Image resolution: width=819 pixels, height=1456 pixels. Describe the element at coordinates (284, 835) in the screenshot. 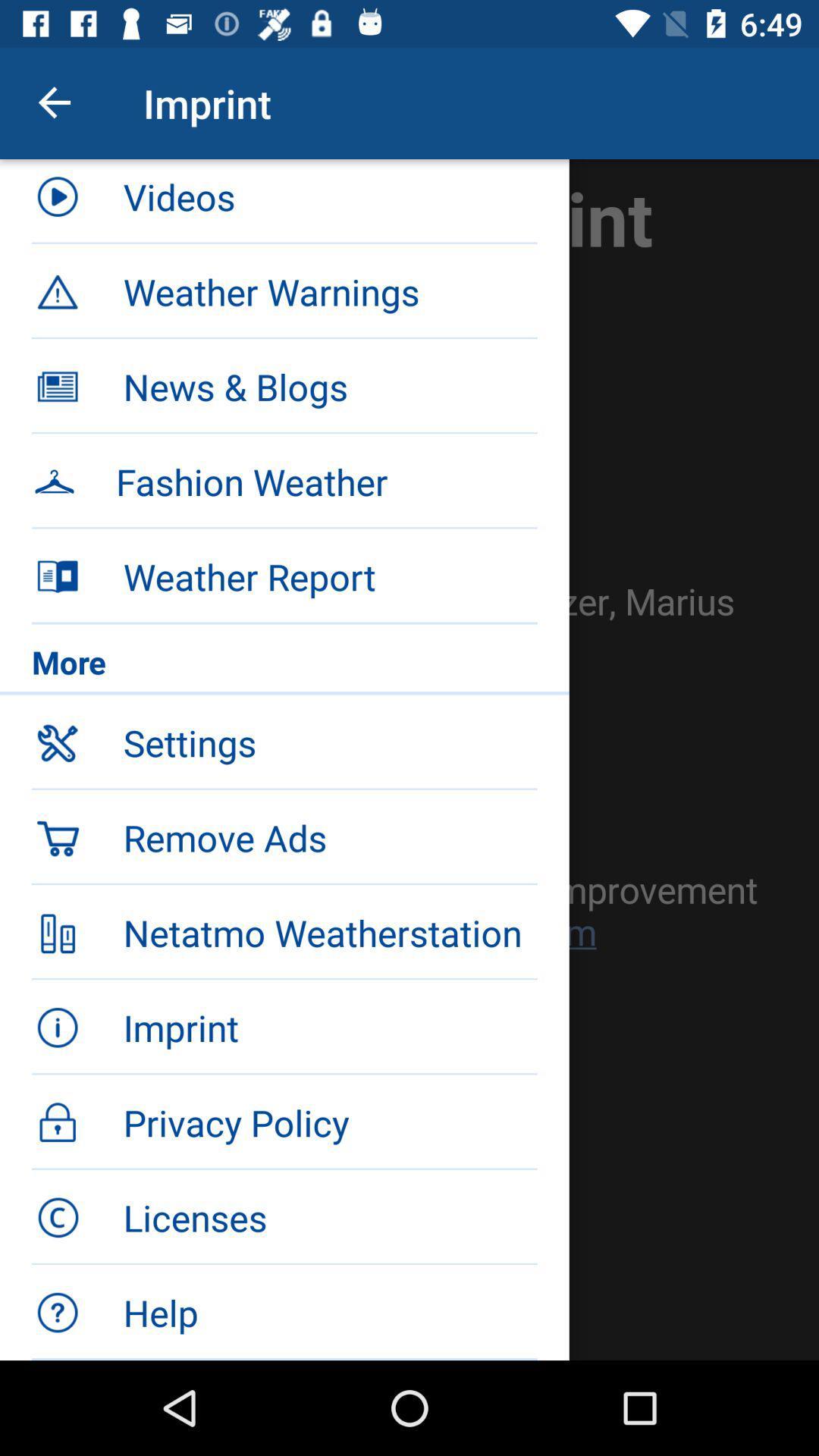

I see `the icon below the settings icon` at that location.